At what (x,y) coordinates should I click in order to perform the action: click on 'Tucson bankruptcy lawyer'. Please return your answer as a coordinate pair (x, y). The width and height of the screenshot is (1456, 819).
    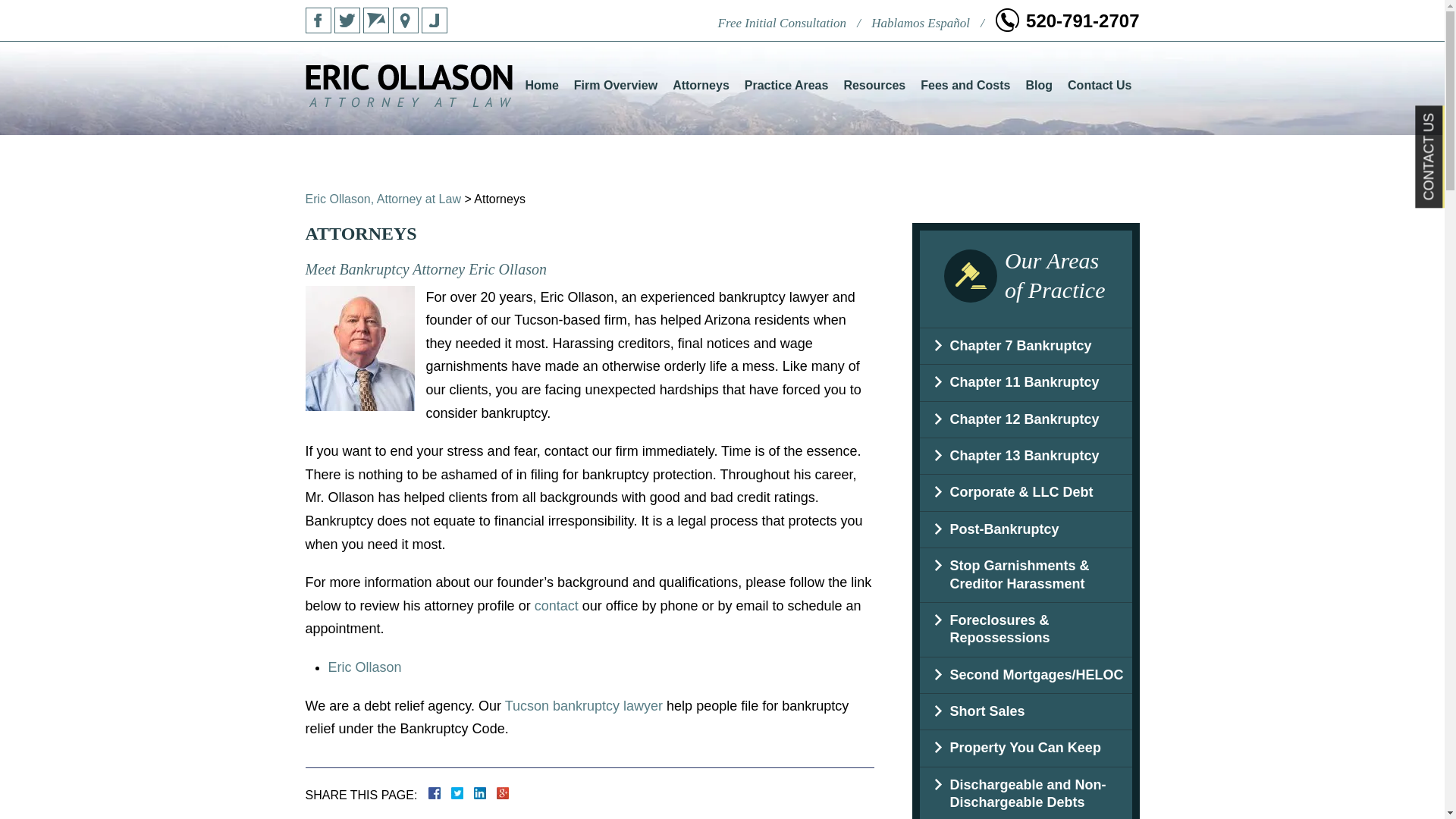
    Looking at the image, I should click on (582, 704).